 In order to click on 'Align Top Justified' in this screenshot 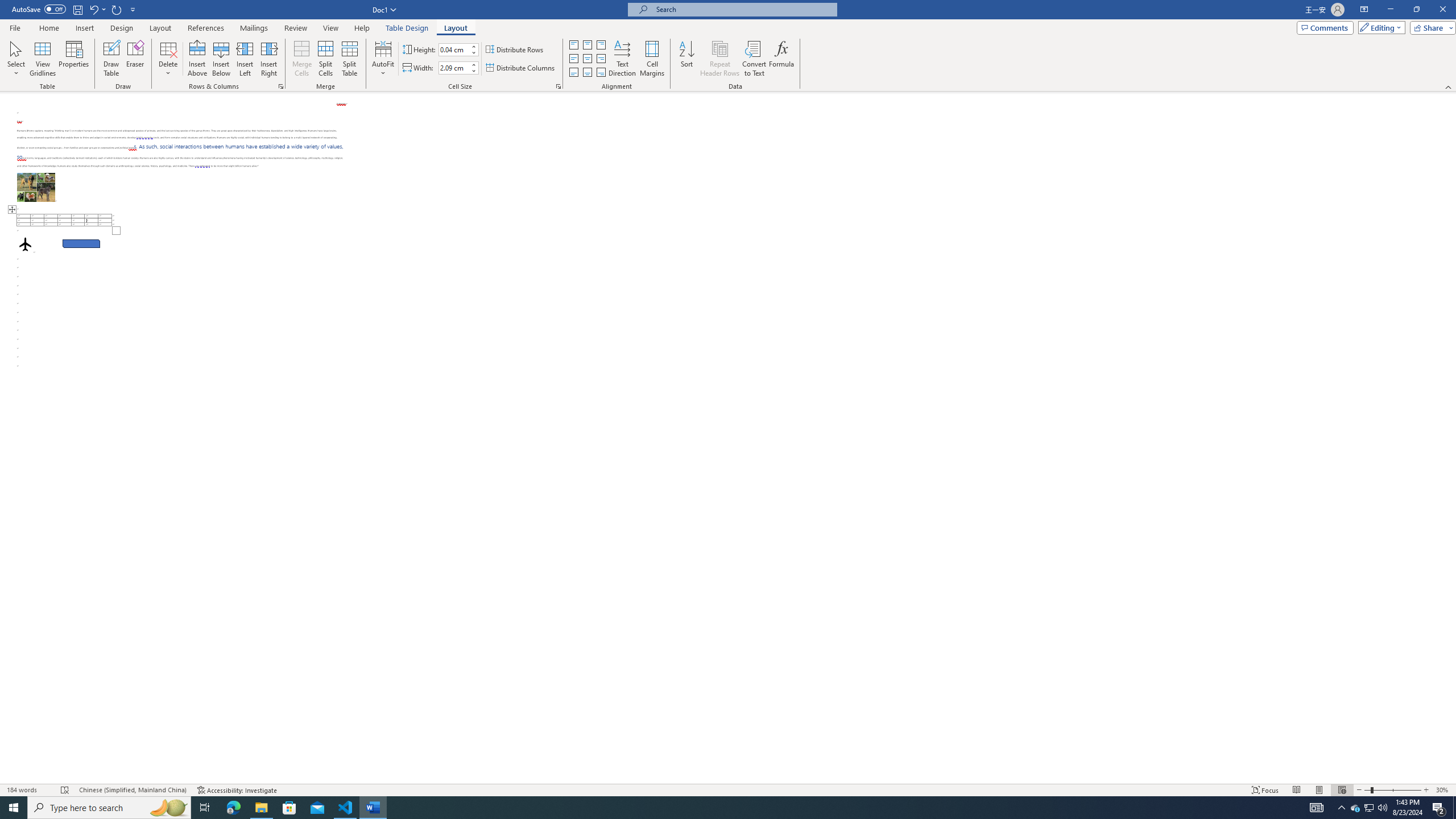, I will do `click(573, 44)`.